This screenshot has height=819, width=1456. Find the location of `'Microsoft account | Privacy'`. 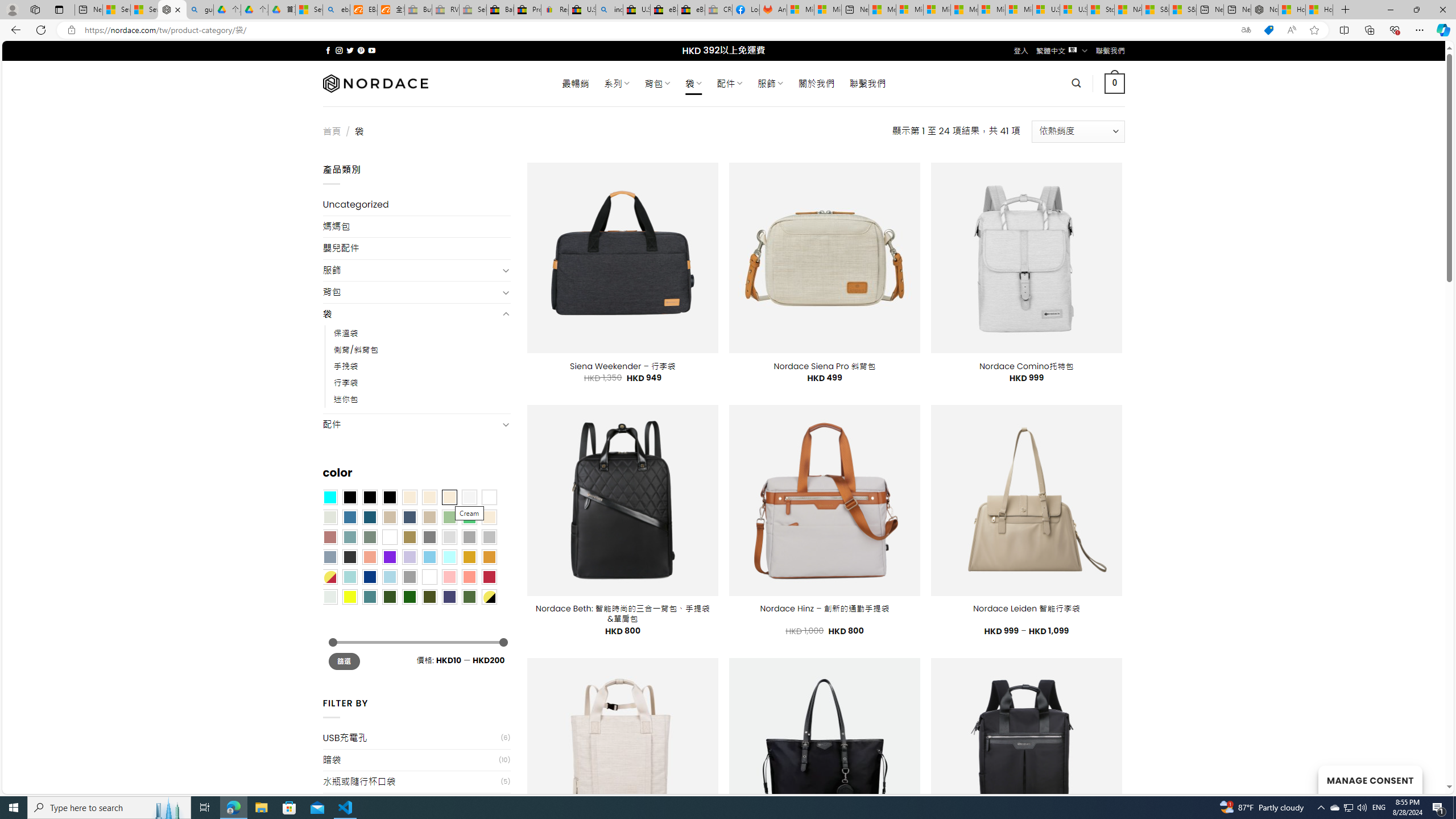

'Microsoft account | Privacy' is located at coordinates (909, 9).